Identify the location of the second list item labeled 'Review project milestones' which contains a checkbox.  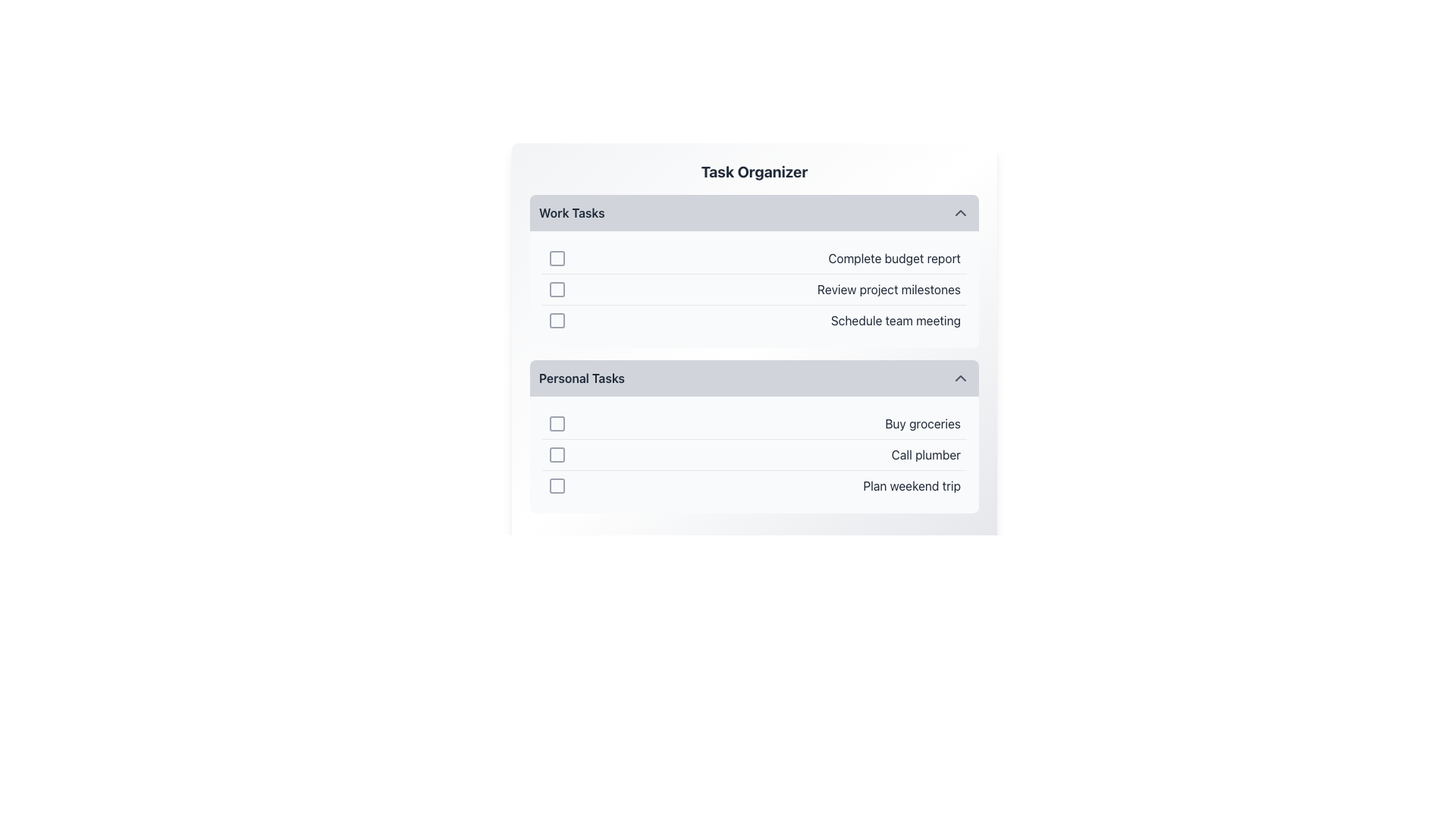
(754, 290).